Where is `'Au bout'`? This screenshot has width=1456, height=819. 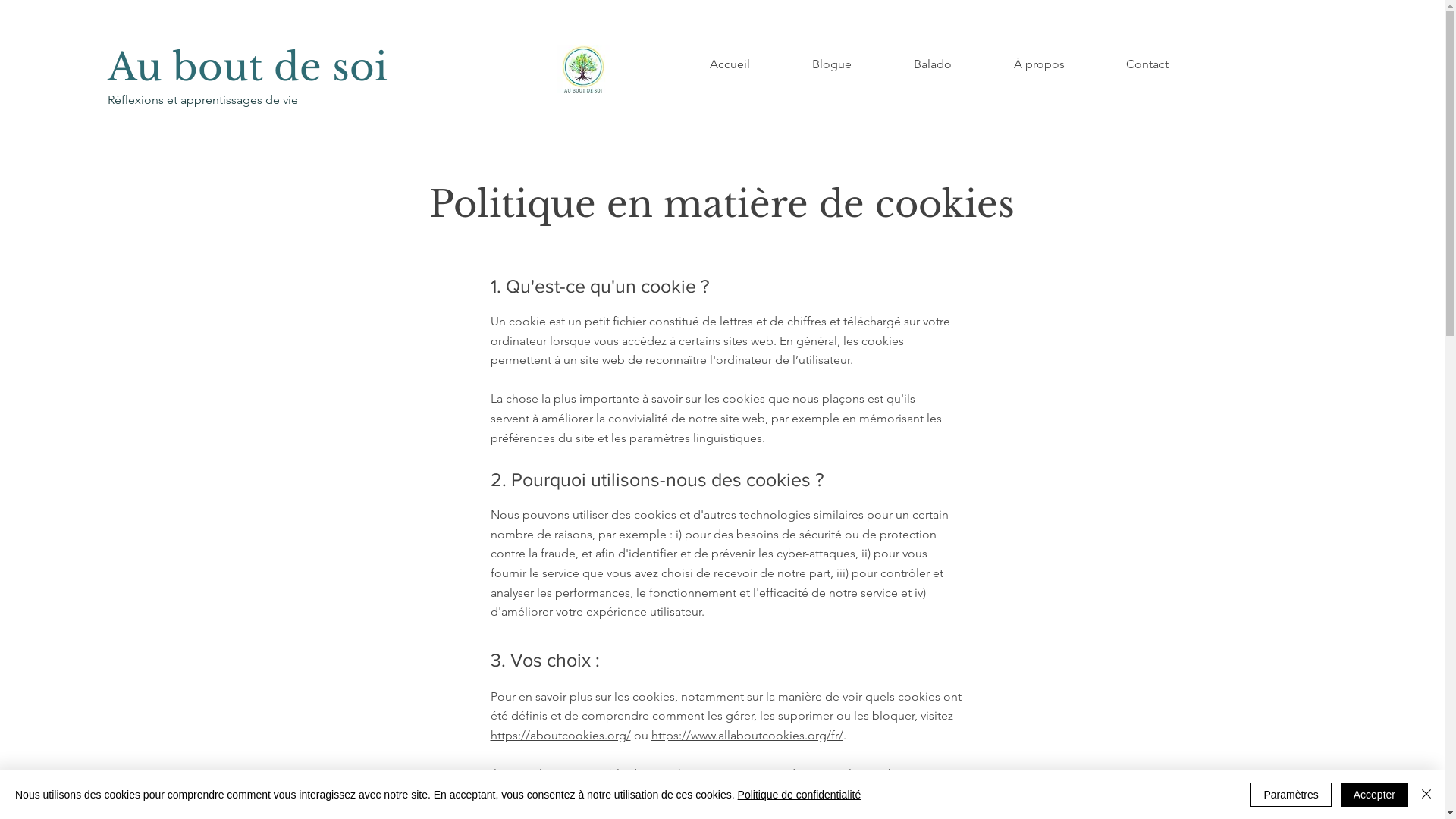
'Au bout' is located at coordinates (190, 66).